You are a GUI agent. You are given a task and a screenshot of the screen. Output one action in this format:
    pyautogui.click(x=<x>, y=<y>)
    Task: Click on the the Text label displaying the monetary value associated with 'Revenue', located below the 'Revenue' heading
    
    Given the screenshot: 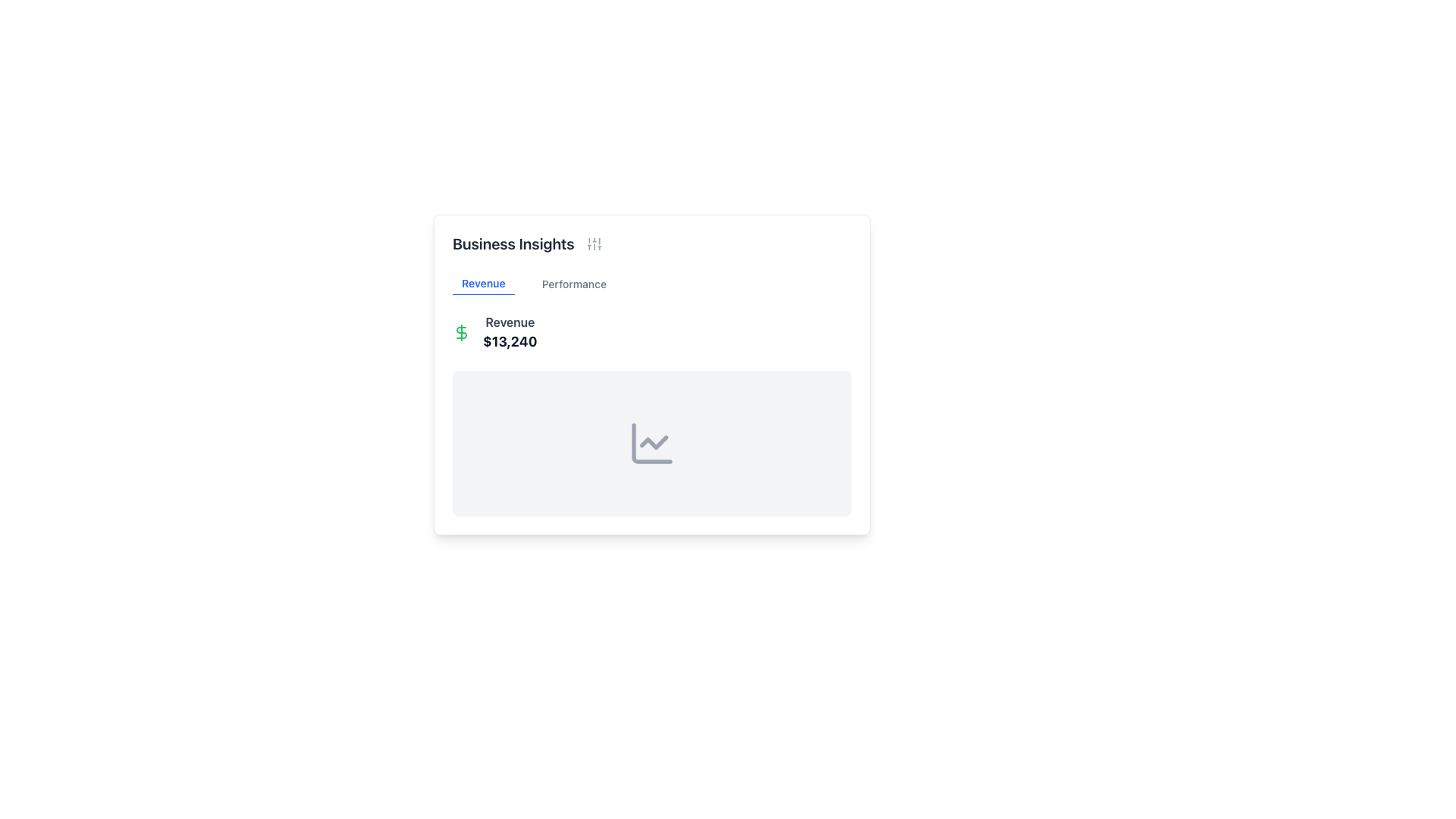 What is the action you would take?
    pyautogui.click(x=510, y=342)
    